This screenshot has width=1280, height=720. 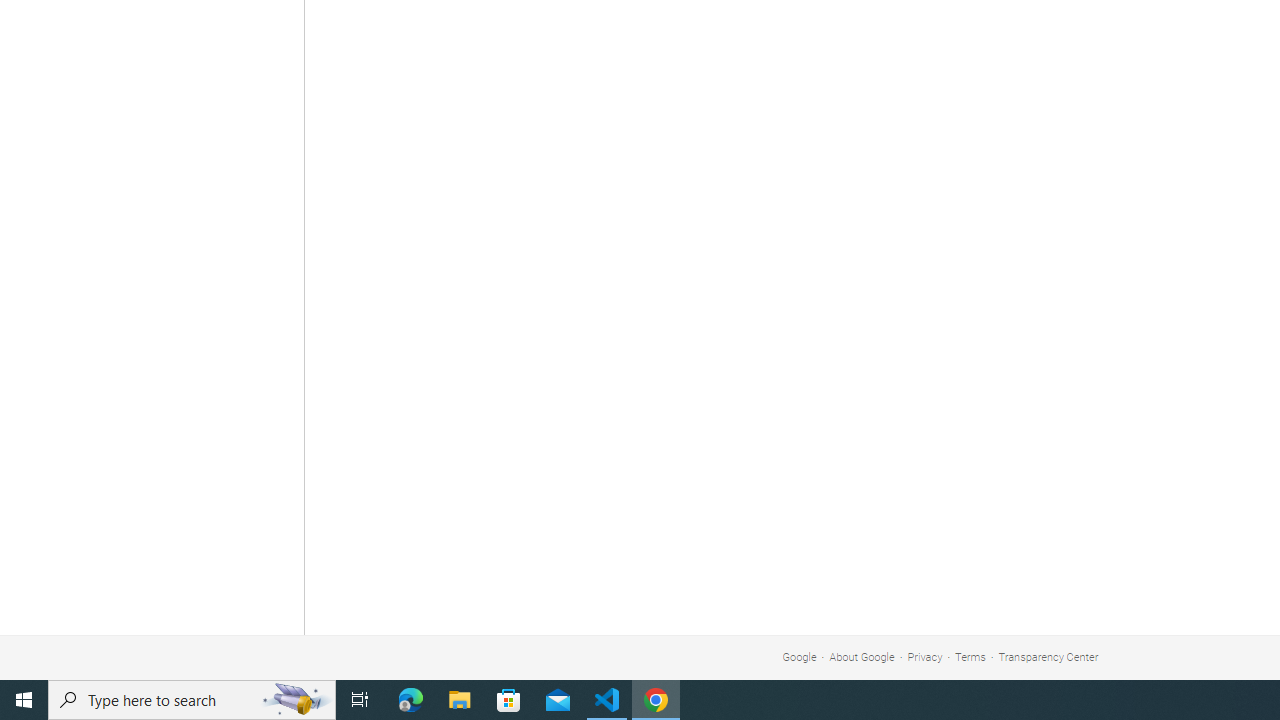 I want to click on 'Privacy', so click(x=924, y=657).